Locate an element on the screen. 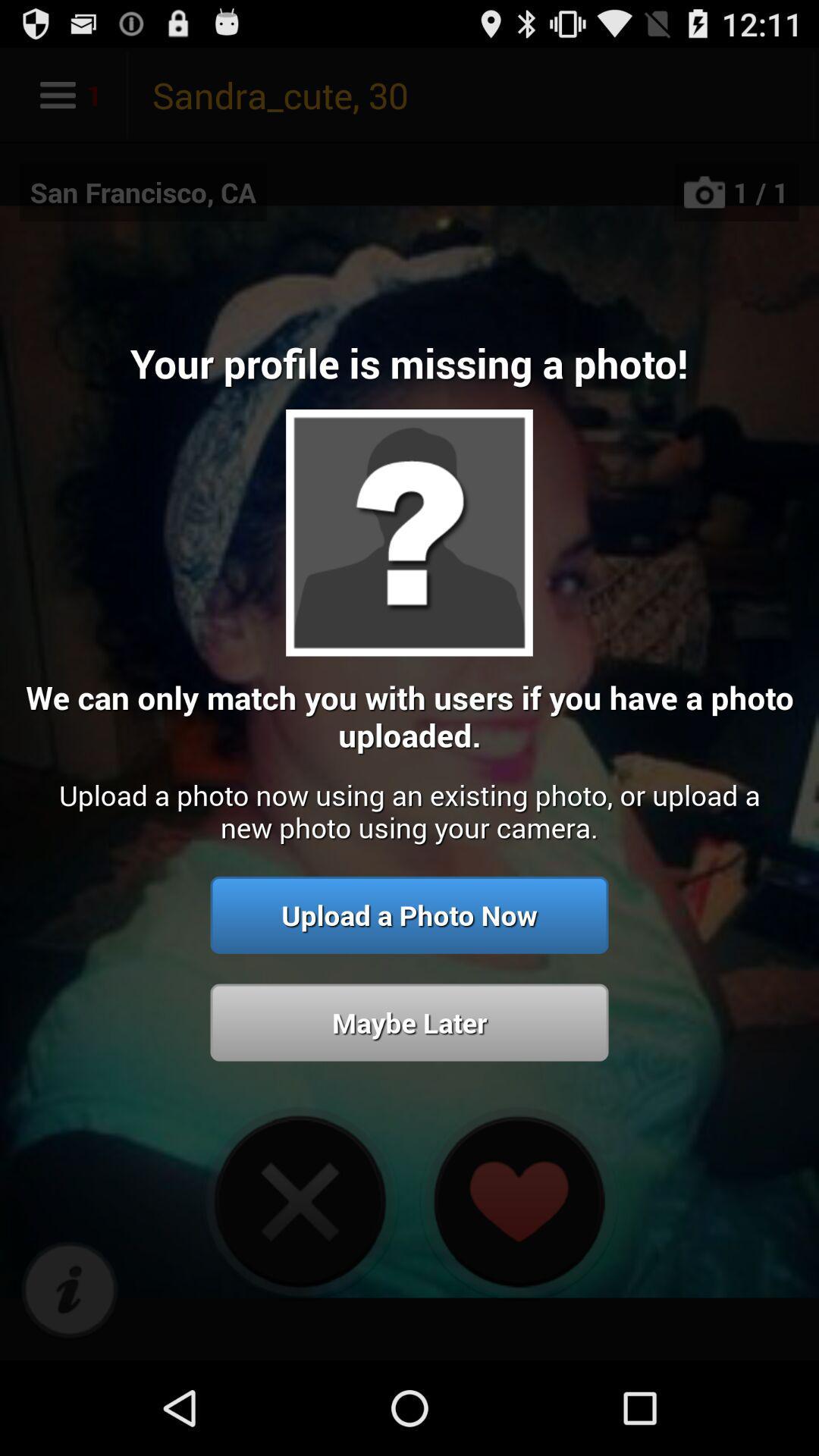 The width and height of the screenshot is (819, 1456). the maybe later is located at coordinates (409, 1022).